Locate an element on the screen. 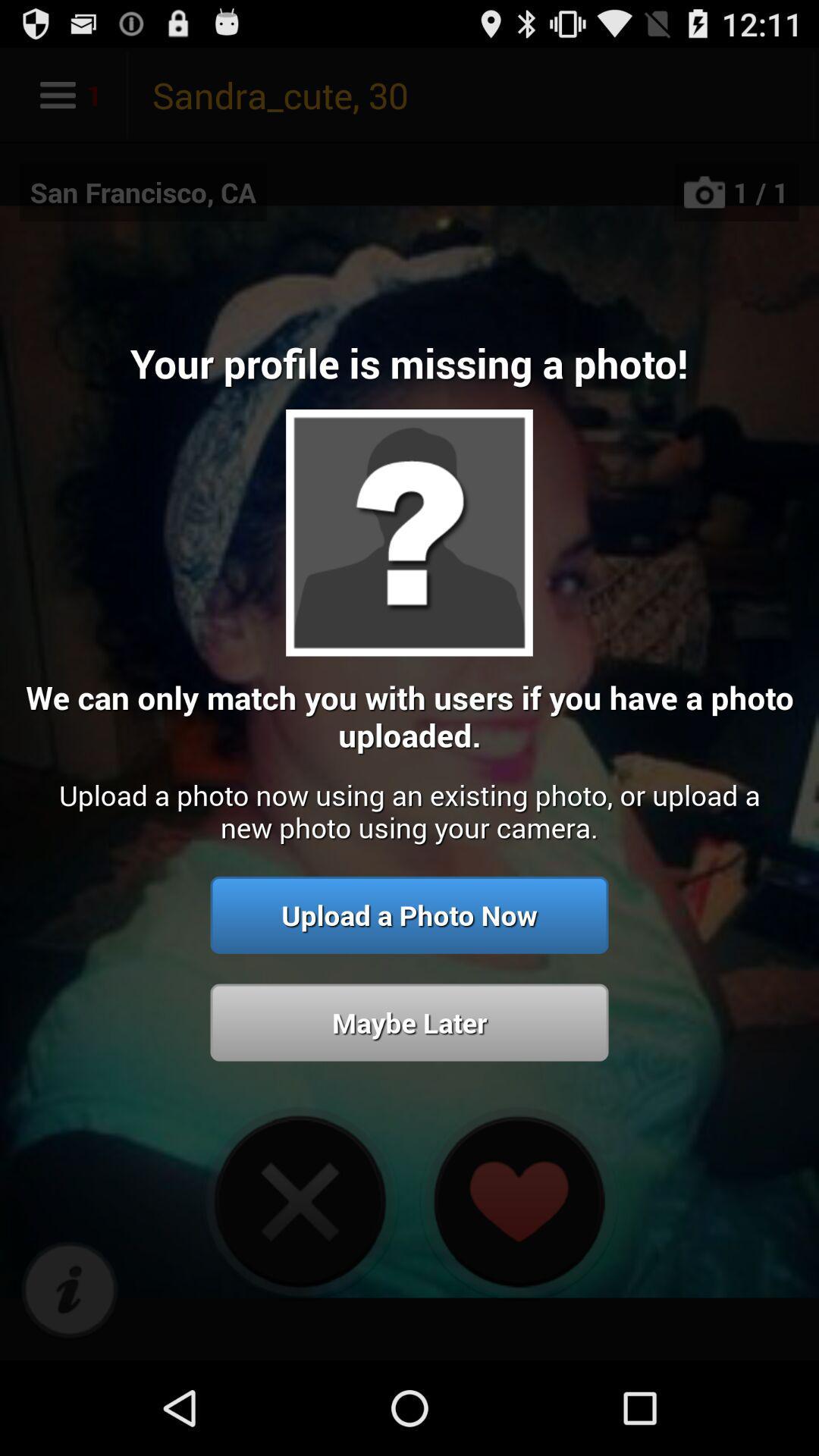 The width and height of the screenshot is (819, 1456). the maybe later is located at coordinates (409, 1022).